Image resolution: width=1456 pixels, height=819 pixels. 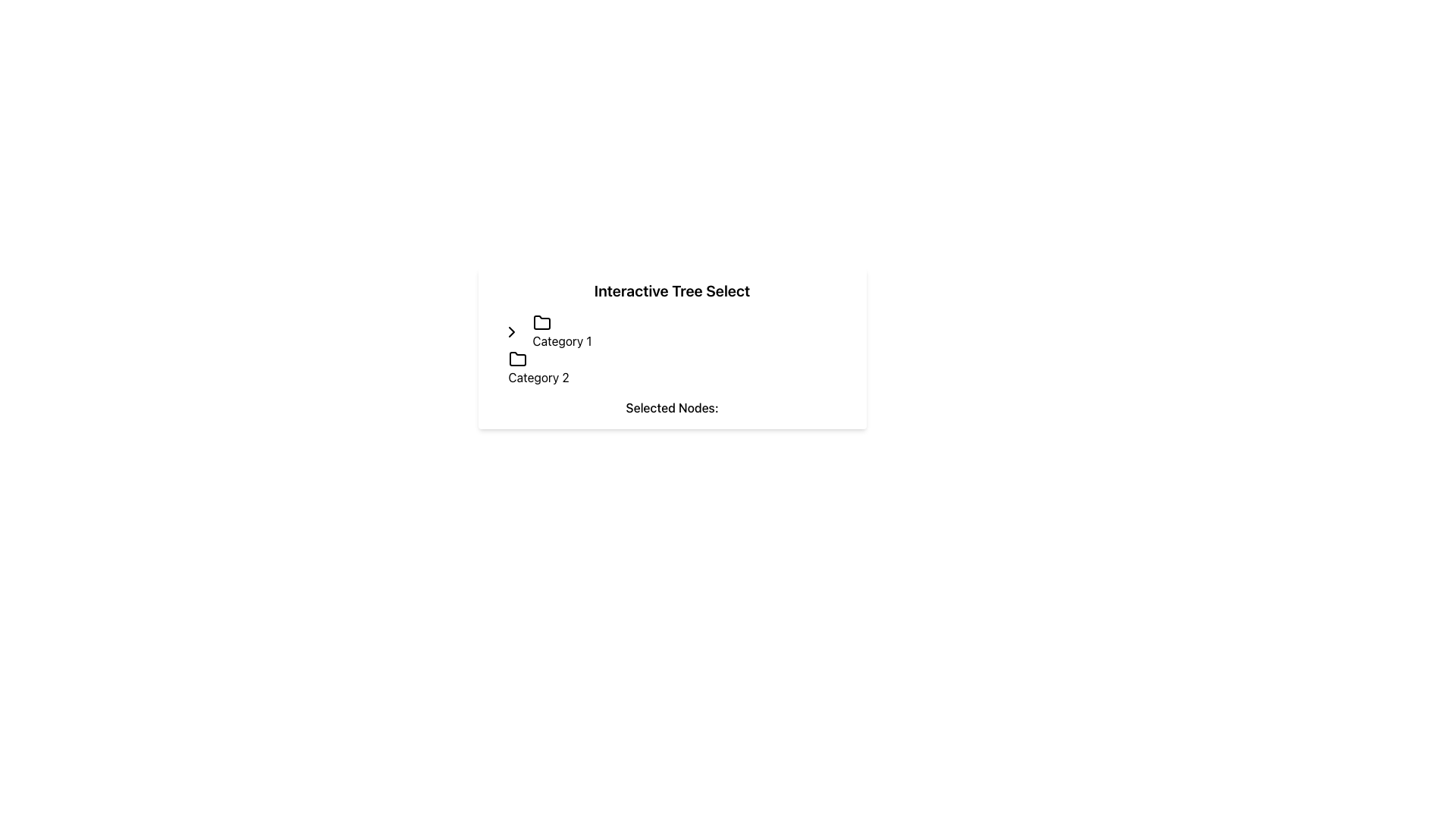 What do you see at coordinates (511, 331) in the screenshot?
I see `the right-facing chevron icon located to the left of the text 'Category 1'` at bounding box center [511, 331].